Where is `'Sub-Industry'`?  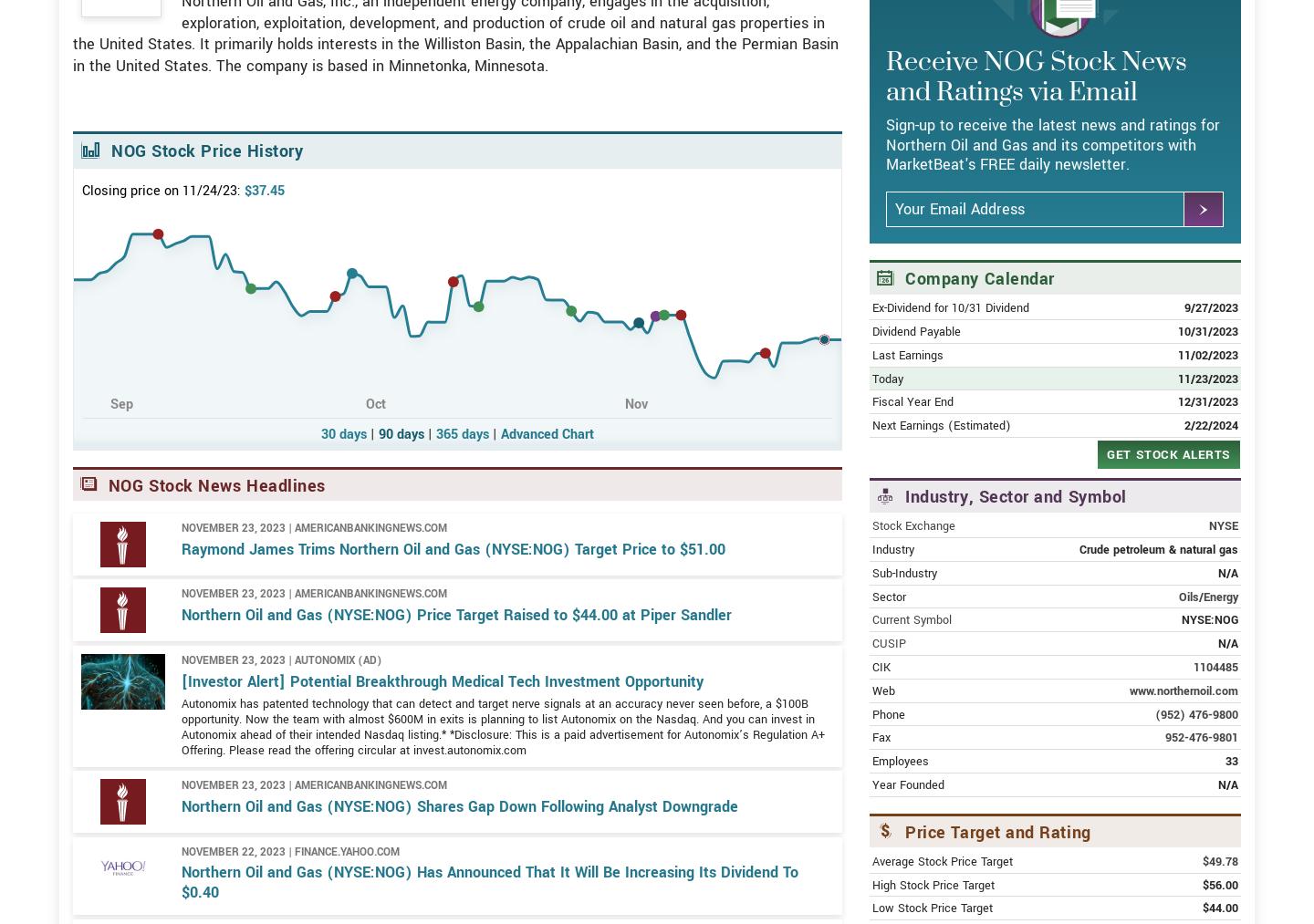 'Sub-Industry' is located at coordinates (872, 637).